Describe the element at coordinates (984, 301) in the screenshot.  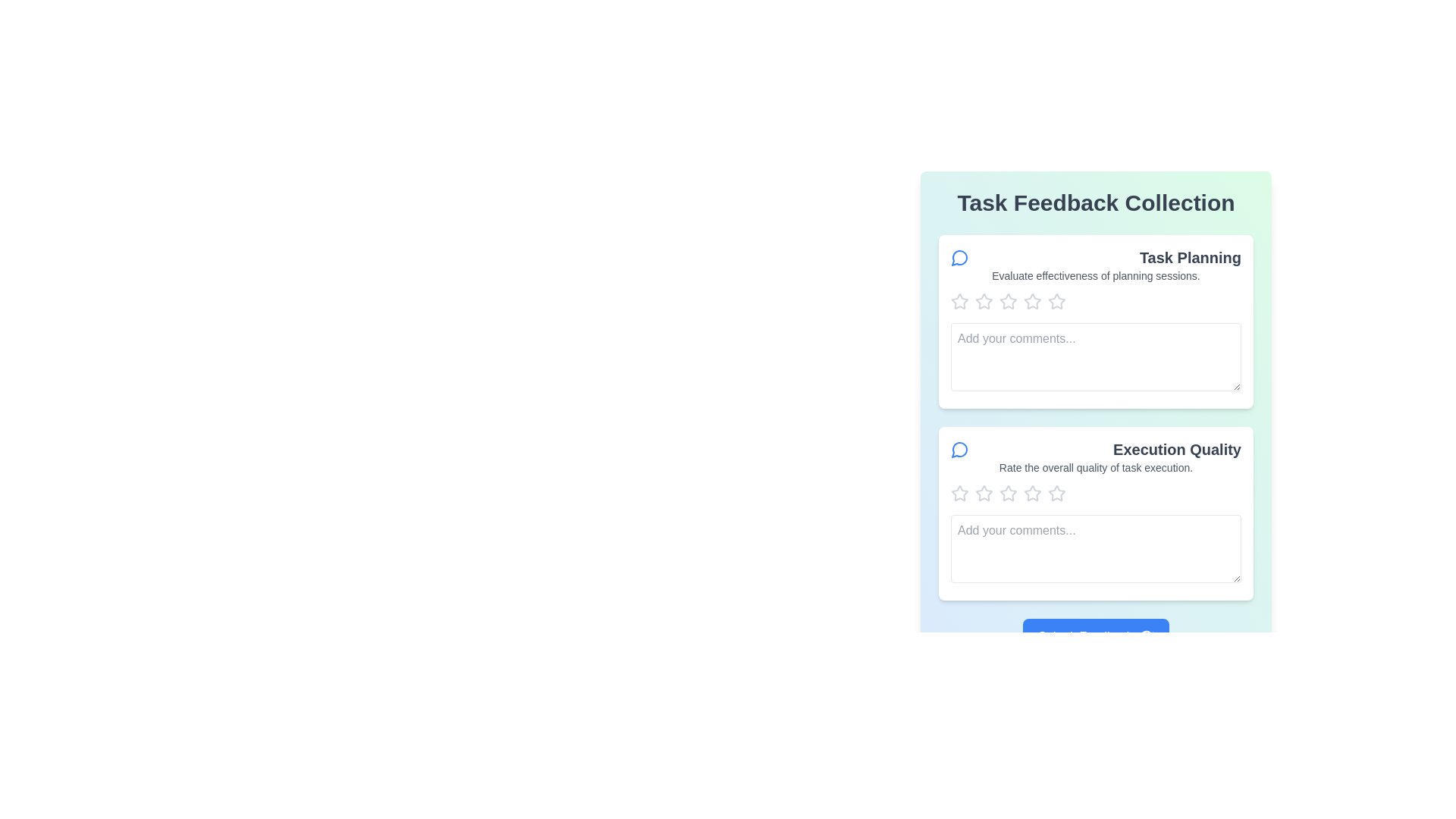
I see `the third star icon in the 5-star rating system to rate it as the third level of rating in the 'Task Planning' section of the 'Task Feedback Collection' card` at that location.